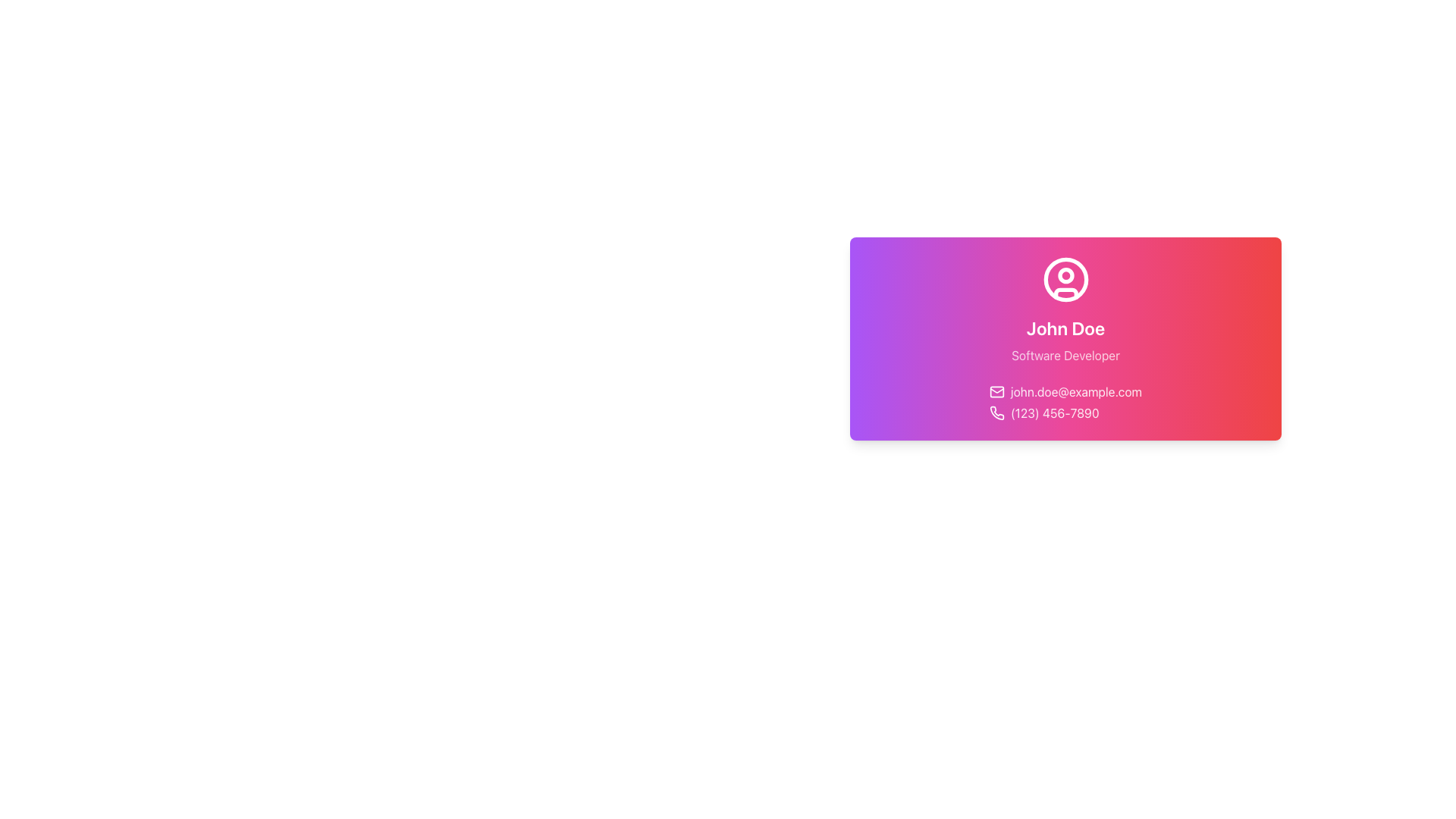 The width and height of the screenshot is (1456, 819). Describe the element at coordinates (997, 413) in the screenshot. I see `the phone icon located at the leftmost position in the contact details row, preceding the phone number '(123) 456-7890'` at that location.